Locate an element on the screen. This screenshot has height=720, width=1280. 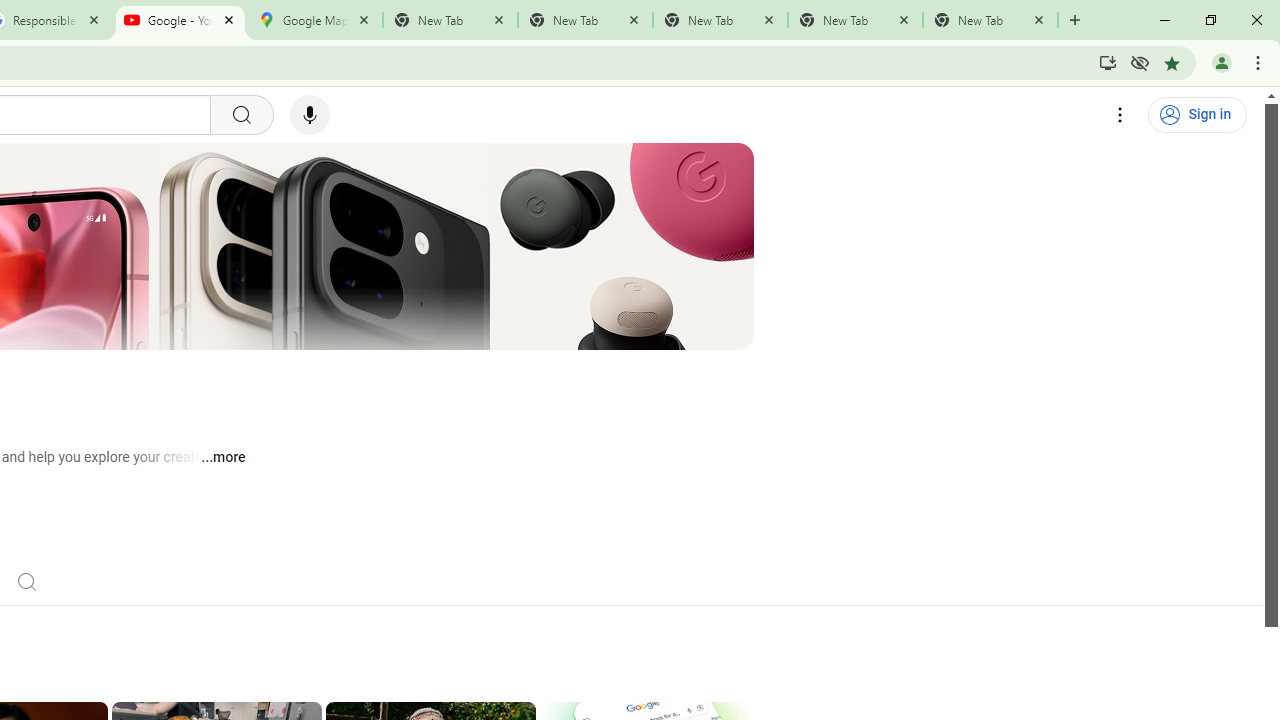
'Google Maps' is located at coordinates (314, 20).